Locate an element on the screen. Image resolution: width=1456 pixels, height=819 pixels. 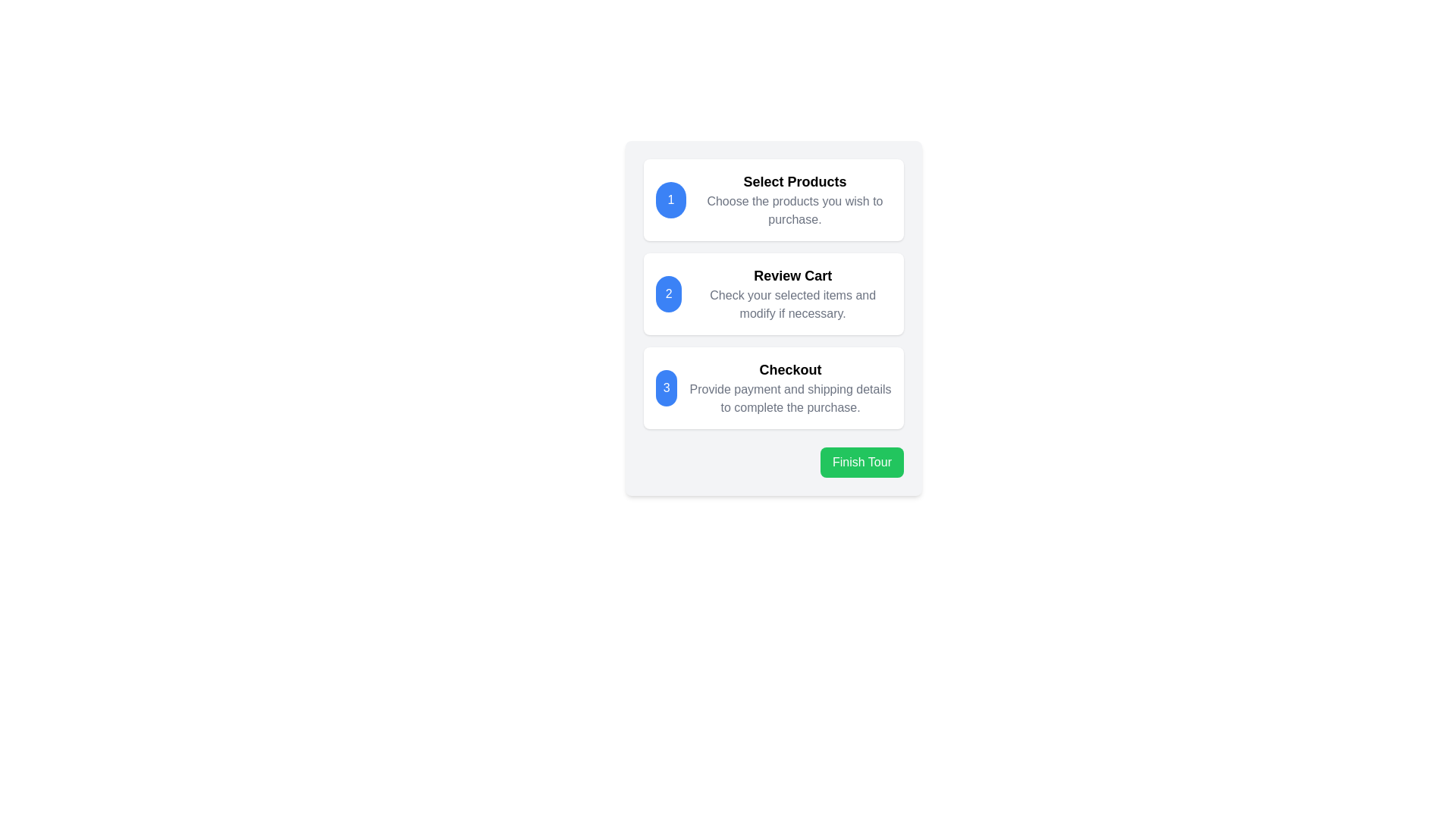
the Text Block element that displays 'Select Products' and 'Choose the products you wish to purchase.' is located at coordinates (794, 199).